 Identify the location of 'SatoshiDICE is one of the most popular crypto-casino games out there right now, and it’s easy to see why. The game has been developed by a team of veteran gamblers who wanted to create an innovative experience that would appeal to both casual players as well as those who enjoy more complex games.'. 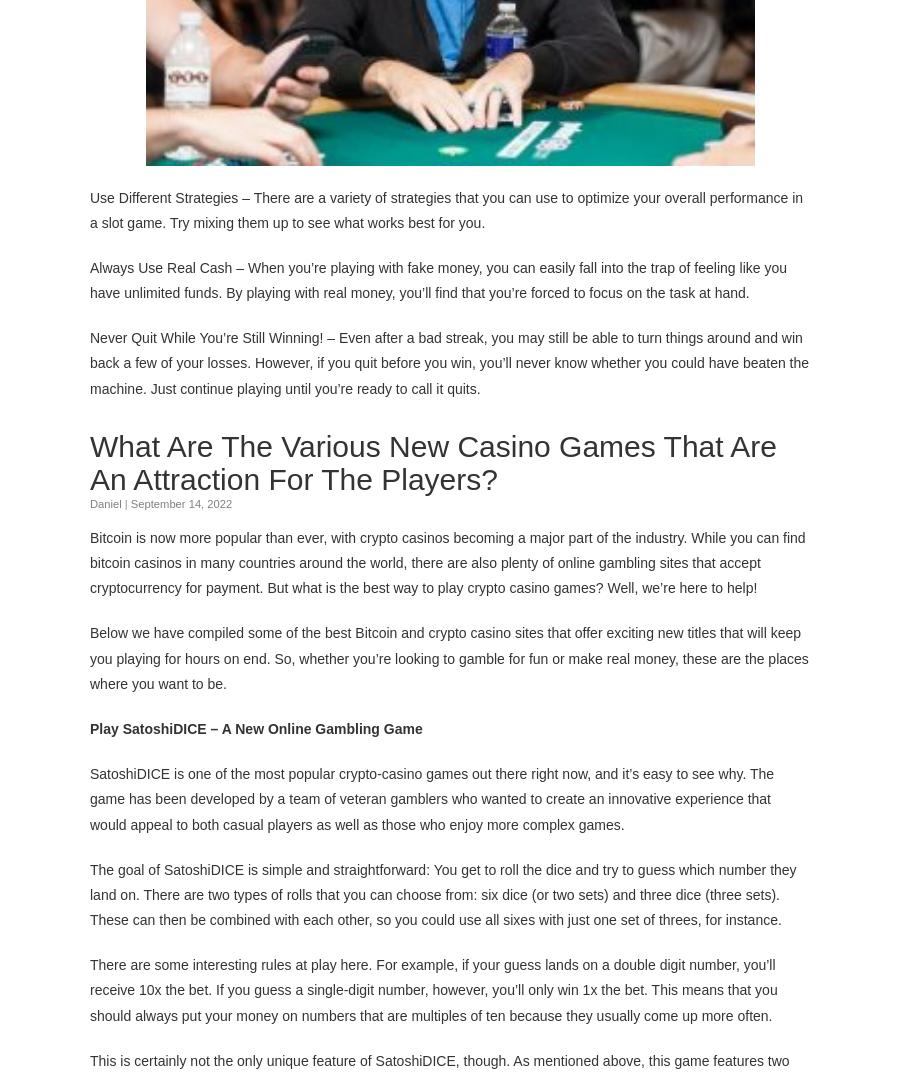
(89, 796).